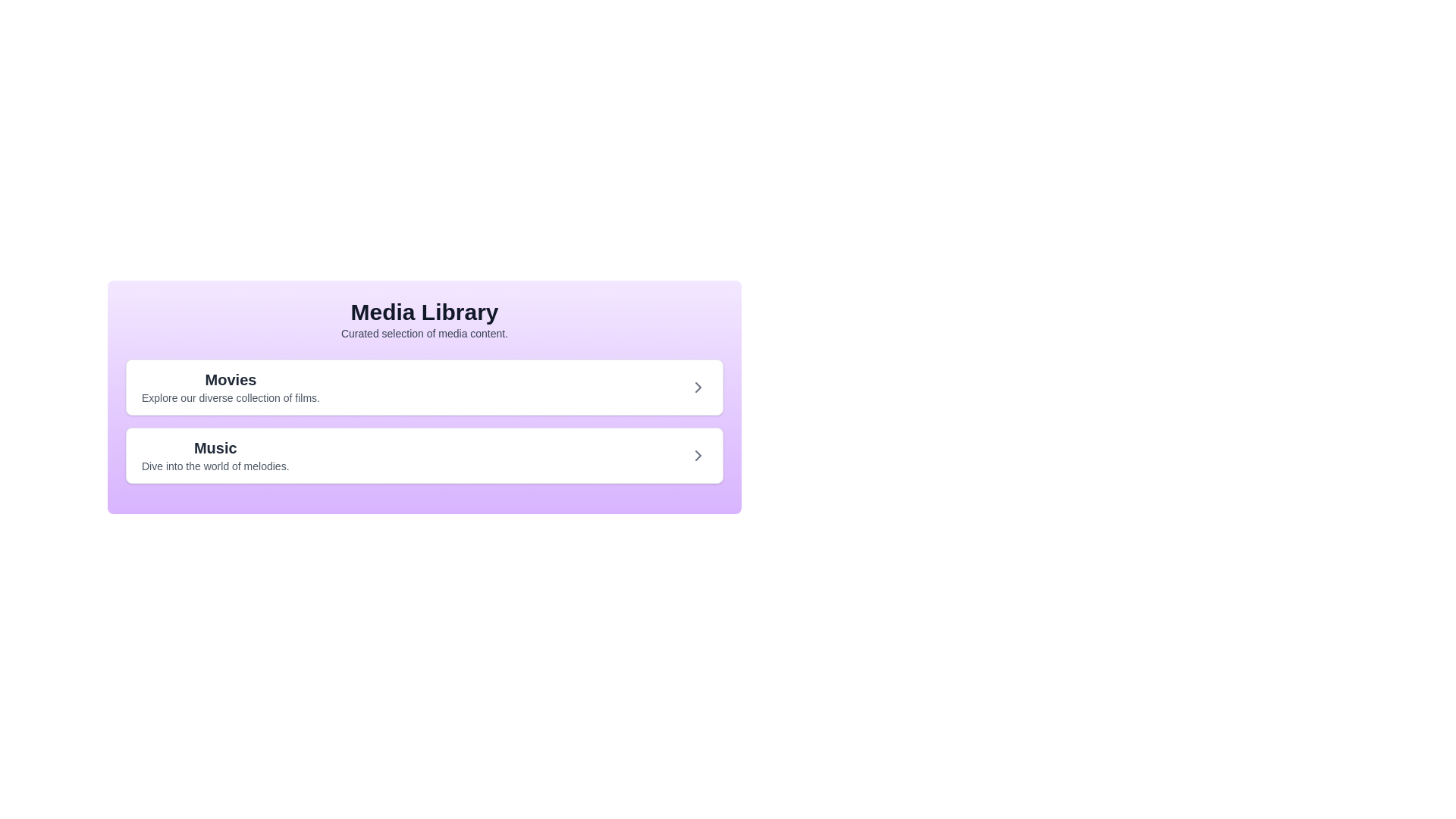  What do you see at coordinates (425, 455) in the screenshot?
I see `the selectable list item titled 'Music' to enable keyboard navigation` at bounding box center [425, 455].